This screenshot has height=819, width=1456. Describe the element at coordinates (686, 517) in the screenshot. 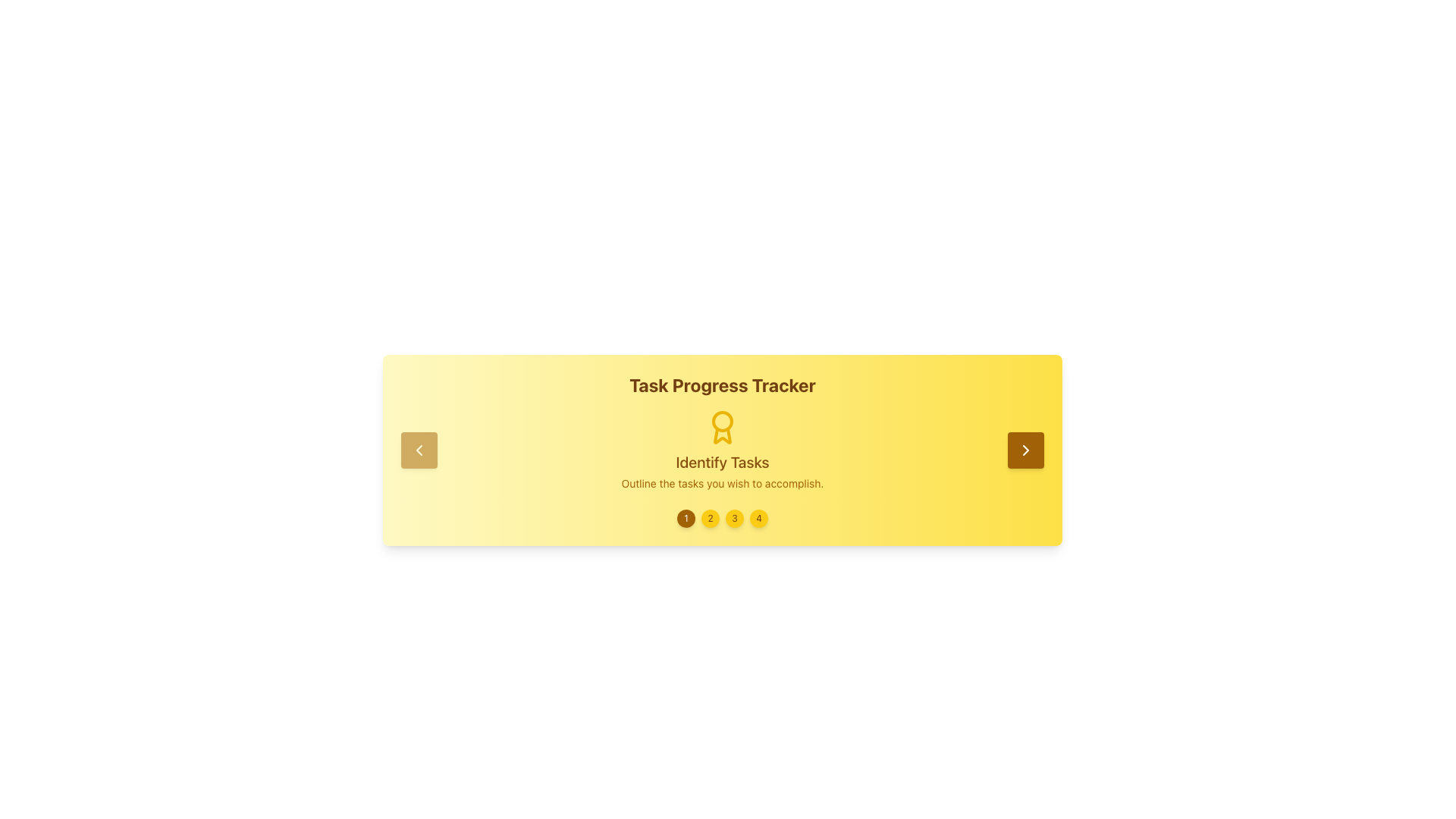

I see `the circular button with a yellow background and white text displaying the number '1' located centrally at the bottom of the content area` at that location.